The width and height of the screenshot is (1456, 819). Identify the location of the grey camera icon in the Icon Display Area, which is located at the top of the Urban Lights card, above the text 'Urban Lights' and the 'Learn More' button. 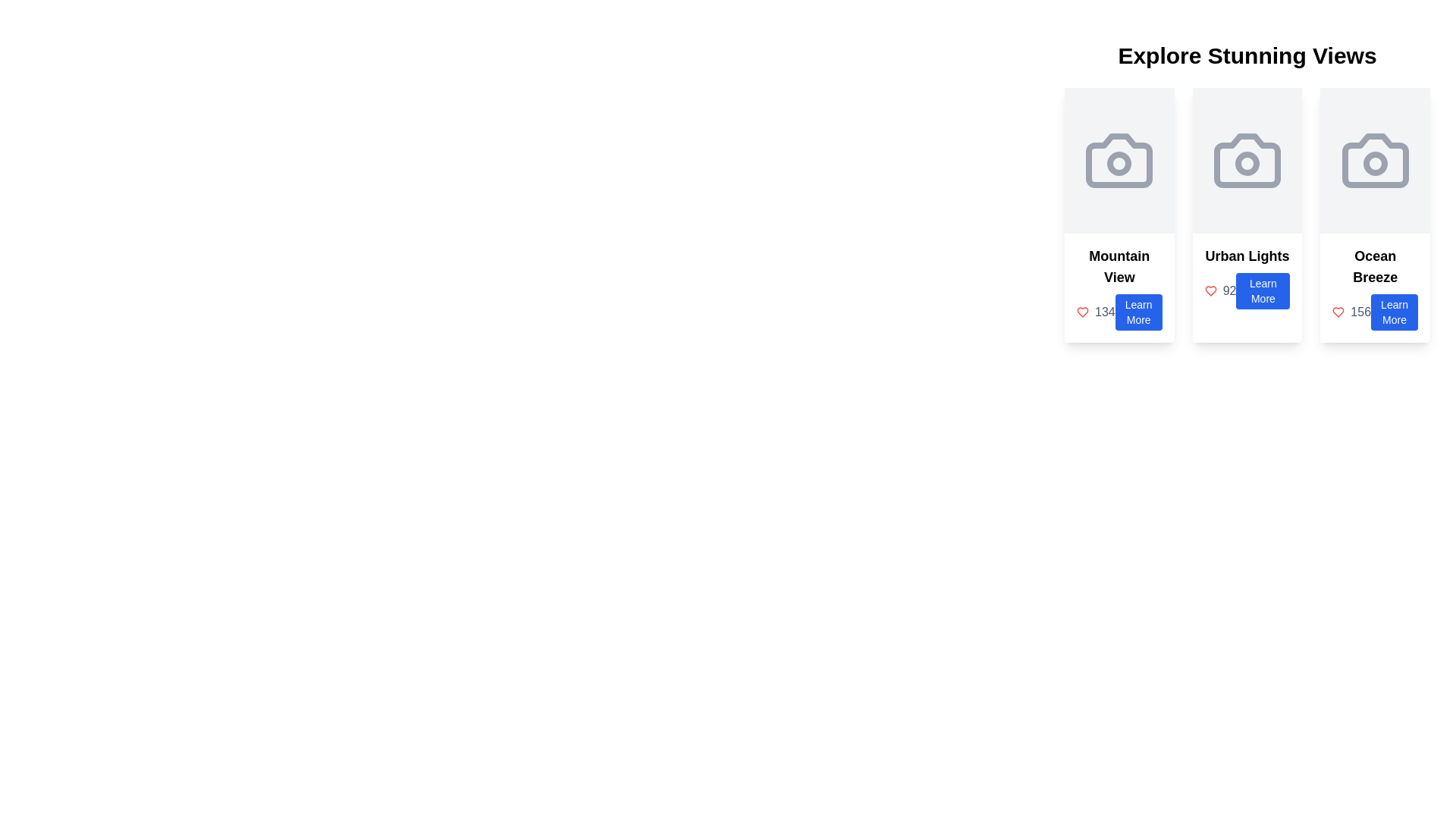
(1247, 161).